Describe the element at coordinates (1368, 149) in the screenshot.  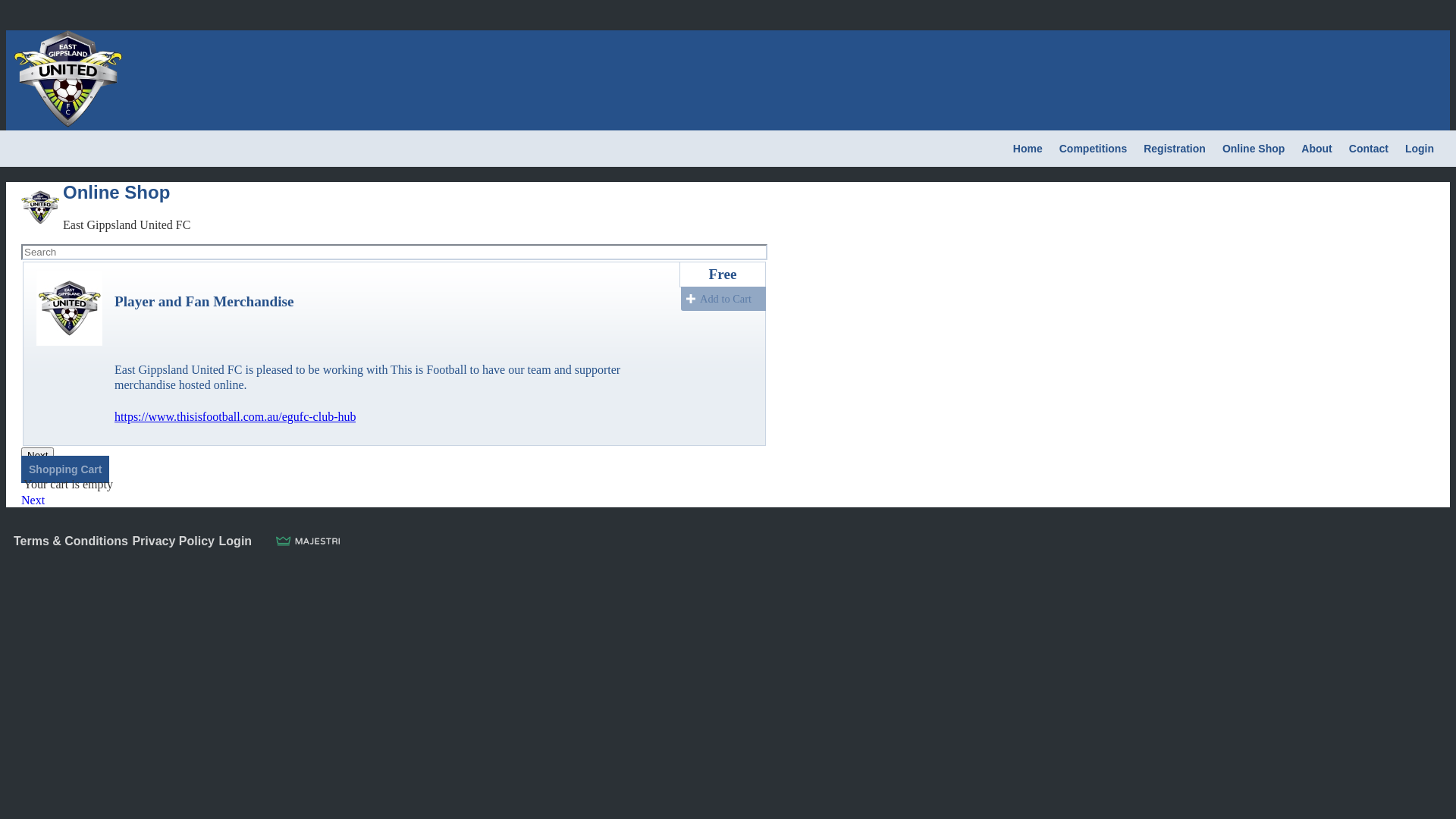
I see `'Contact'` at that location.